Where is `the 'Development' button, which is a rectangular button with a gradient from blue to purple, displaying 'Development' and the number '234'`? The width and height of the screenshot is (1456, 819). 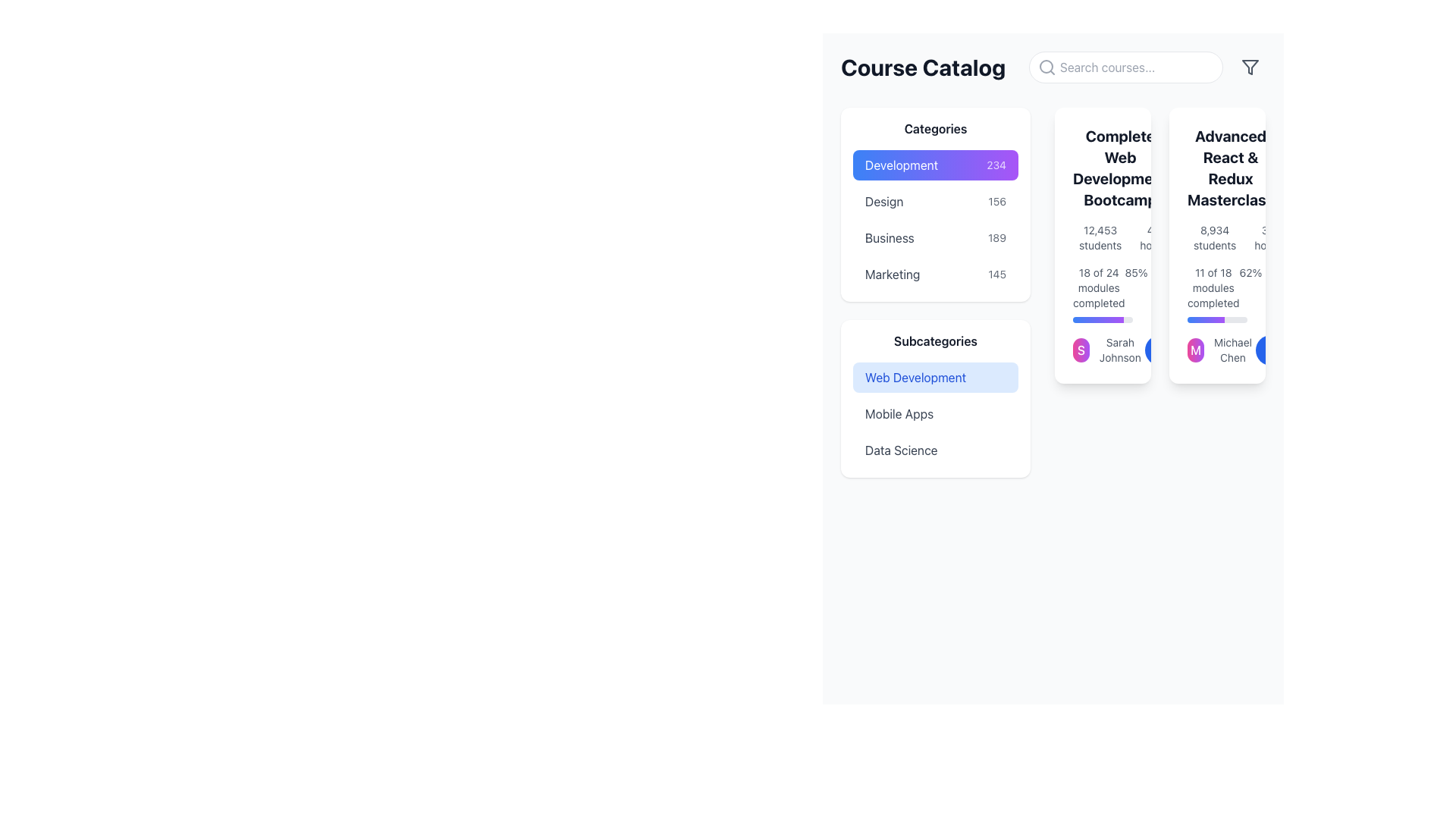
the 'Development' button, which is a rectangular button with a gradient from blue to purple, displaying 'Development' and the number '234' is located at coordinates (934, 165).